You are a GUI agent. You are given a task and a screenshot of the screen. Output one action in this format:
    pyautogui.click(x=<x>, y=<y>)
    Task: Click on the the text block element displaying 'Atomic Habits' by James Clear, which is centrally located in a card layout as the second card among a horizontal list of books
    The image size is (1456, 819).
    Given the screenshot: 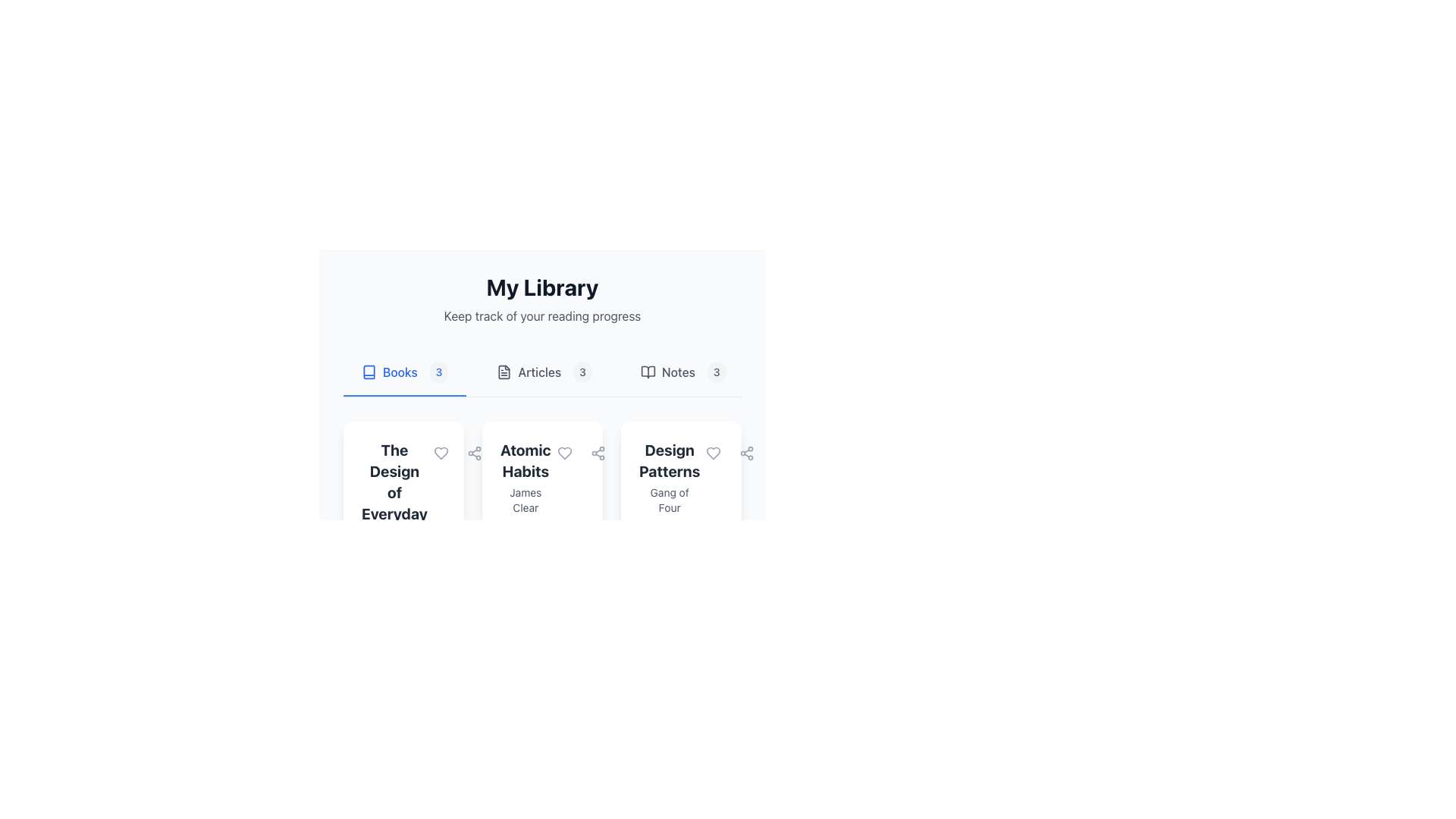 What is the action you would take?
    pyautogui.click(x=526, y=476)
    